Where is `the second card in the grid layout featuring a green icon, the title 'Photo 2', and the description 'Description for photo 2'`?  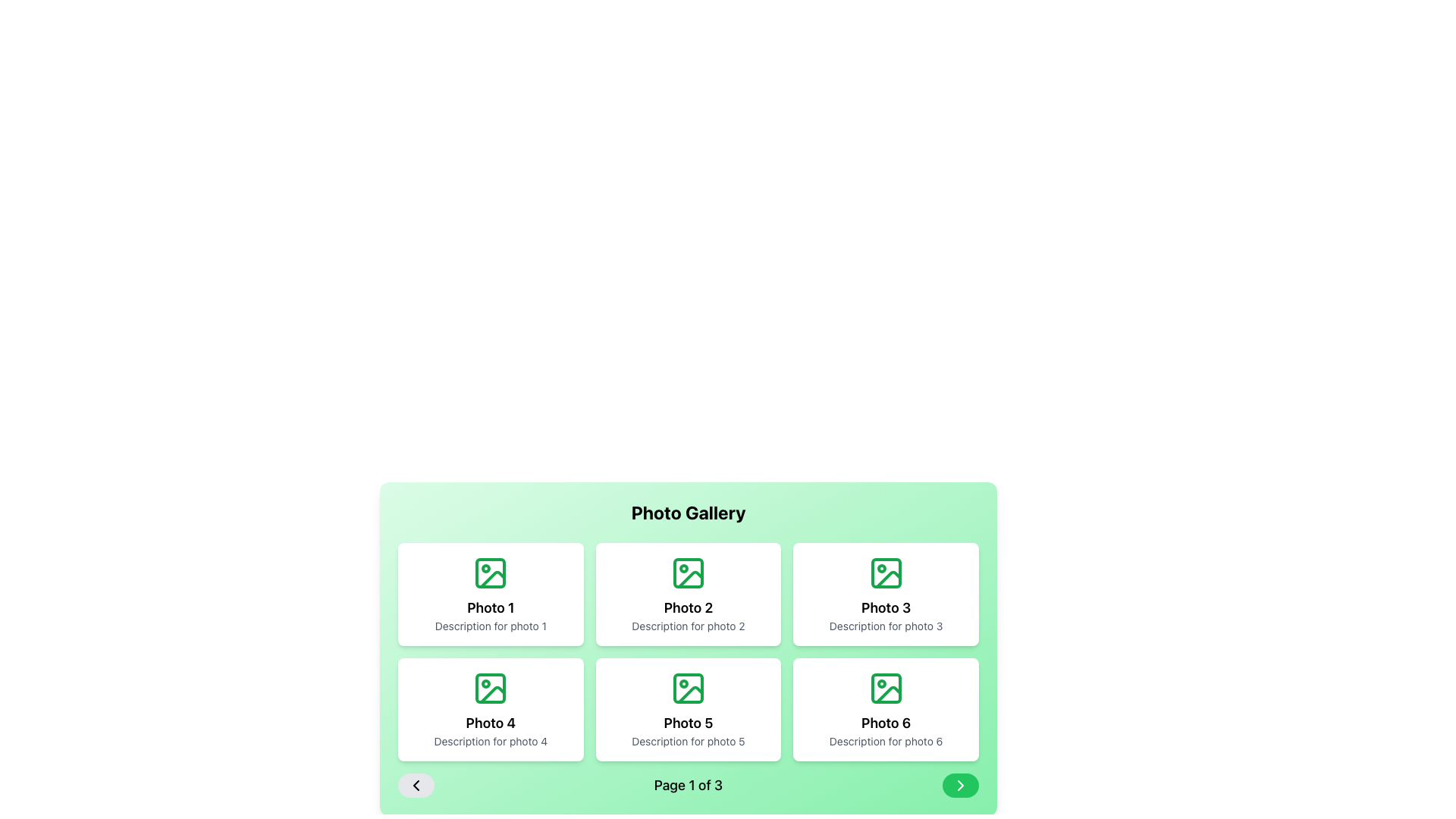
the second card in the grid layout featuring a green icon, the title 'Photo 2', and the description 'Description for photo 2' is located at coordinates (687, 593).